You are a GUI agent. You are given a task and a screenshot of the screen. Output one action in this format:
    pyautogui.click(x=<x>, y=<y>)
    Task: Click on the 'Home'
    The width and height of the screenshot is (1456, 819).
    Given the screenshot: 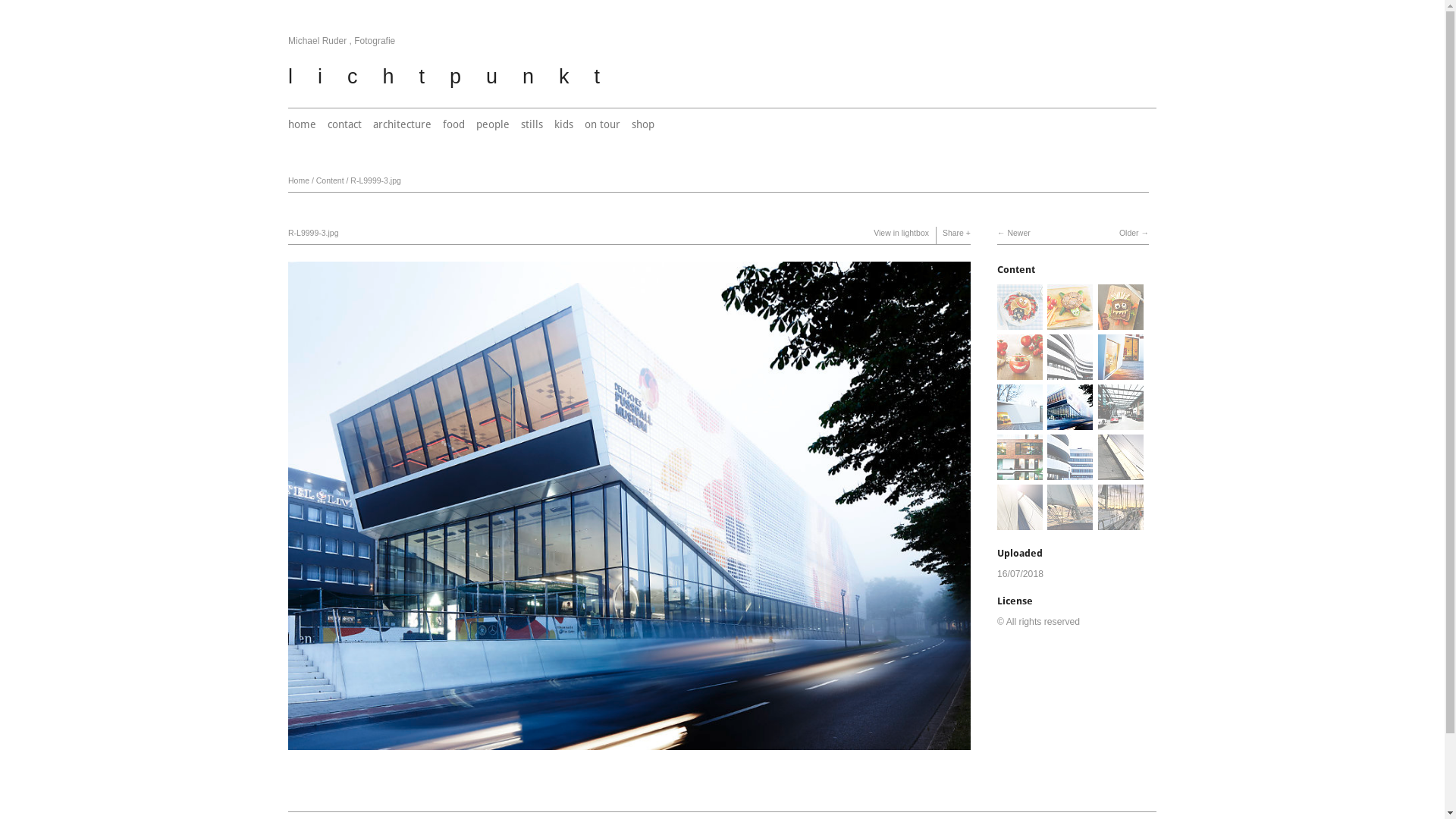 What is the action you would take?
    pyautogui.click(x=298, y=180)
    